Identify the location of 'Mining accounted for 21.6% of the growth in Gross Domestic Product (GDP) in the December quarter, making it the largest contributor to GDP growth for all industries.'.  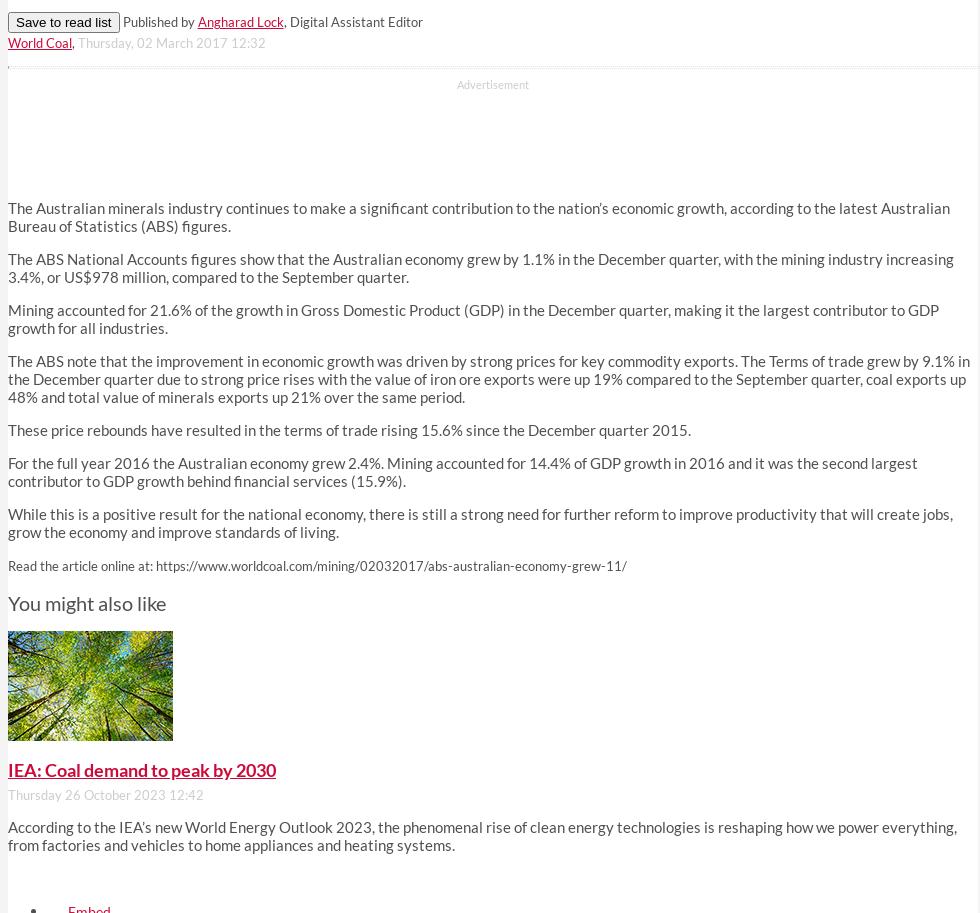
(473, 318).